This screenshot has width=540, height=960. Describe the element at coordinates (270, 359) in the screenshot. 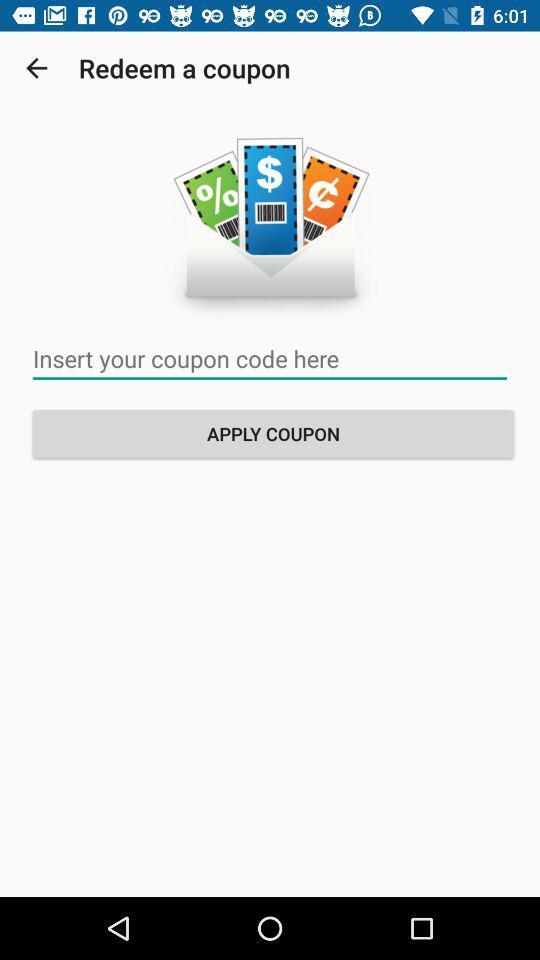

I see `the item above apply coupon item` at that location.